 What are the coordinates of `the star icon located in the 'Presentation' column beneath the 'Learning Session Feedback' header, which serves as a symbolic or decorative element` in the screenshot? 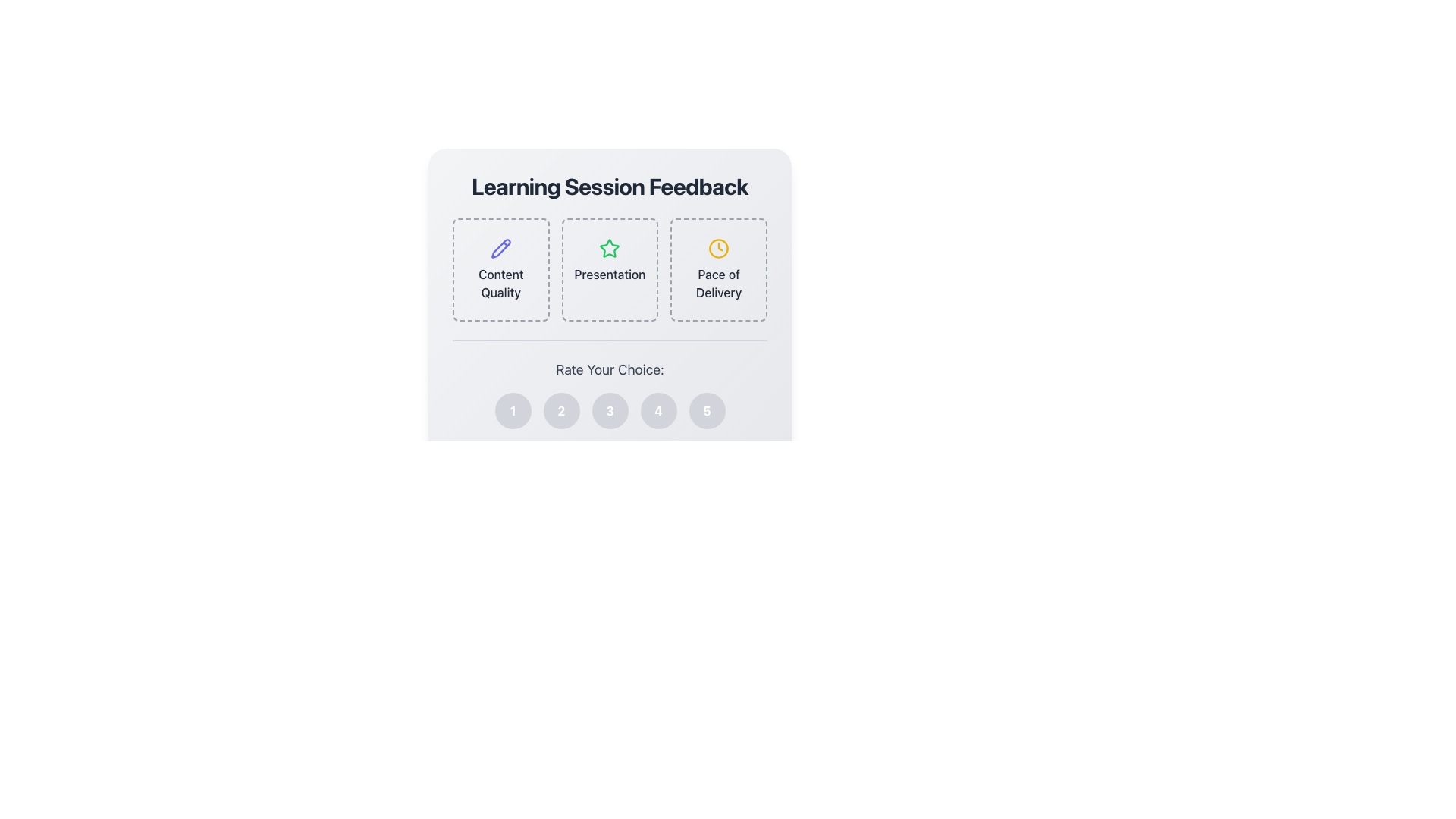 It's located at (610, 247).